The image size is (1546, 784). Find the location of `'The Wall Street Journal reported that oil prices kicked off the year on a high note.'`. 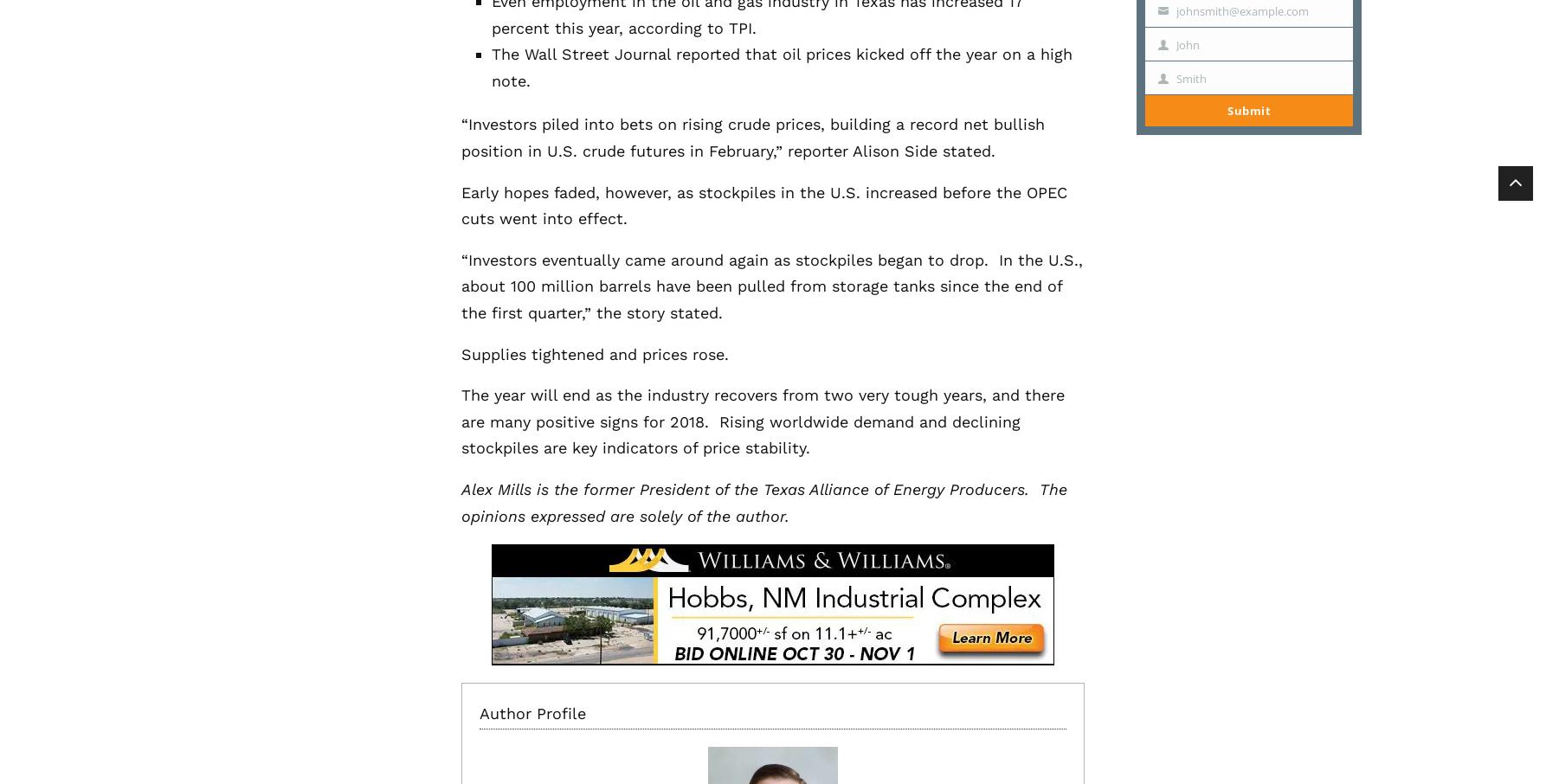

'The Wall Street Journal reported that oil prices kicked off the year on a high note.' is located at coordinates (781, 67).